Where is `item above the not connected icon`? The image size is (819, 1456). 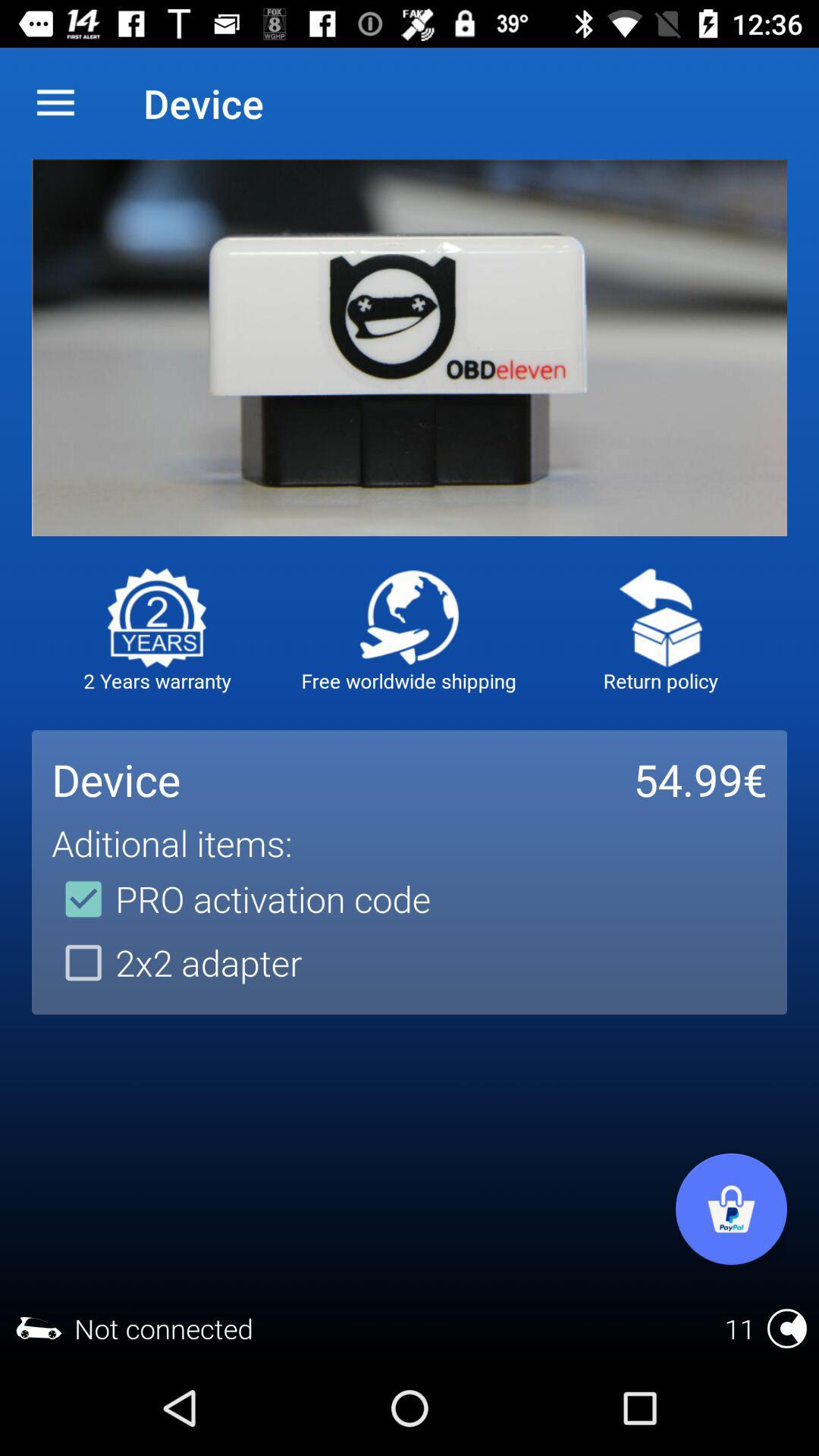
item above the not connected icon is located at coordinates (176, 962).